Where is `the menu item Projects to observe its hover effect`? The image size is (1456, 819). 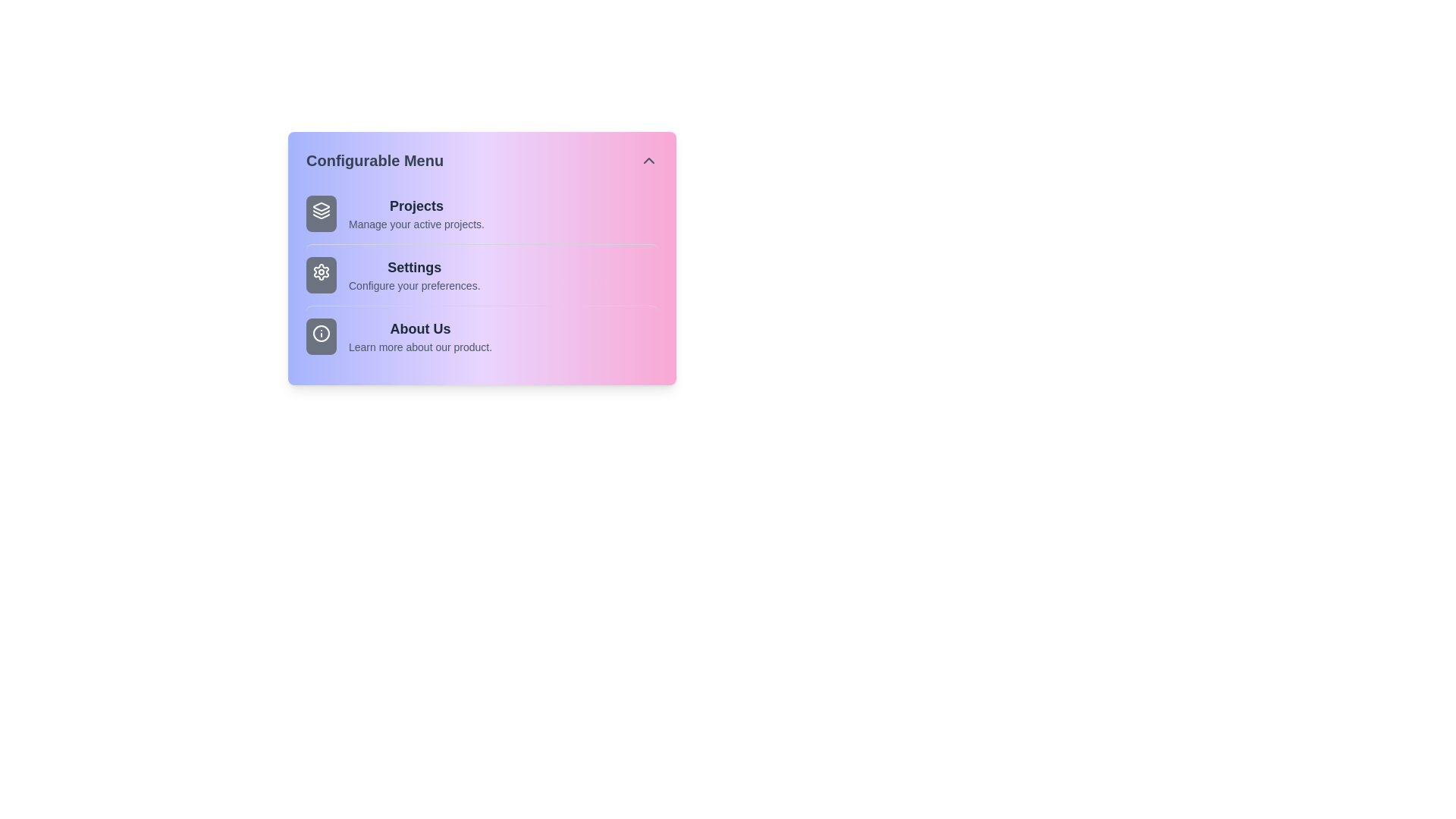
the menu item Projects to observe its hover effect is located at coordinates (481, 213).